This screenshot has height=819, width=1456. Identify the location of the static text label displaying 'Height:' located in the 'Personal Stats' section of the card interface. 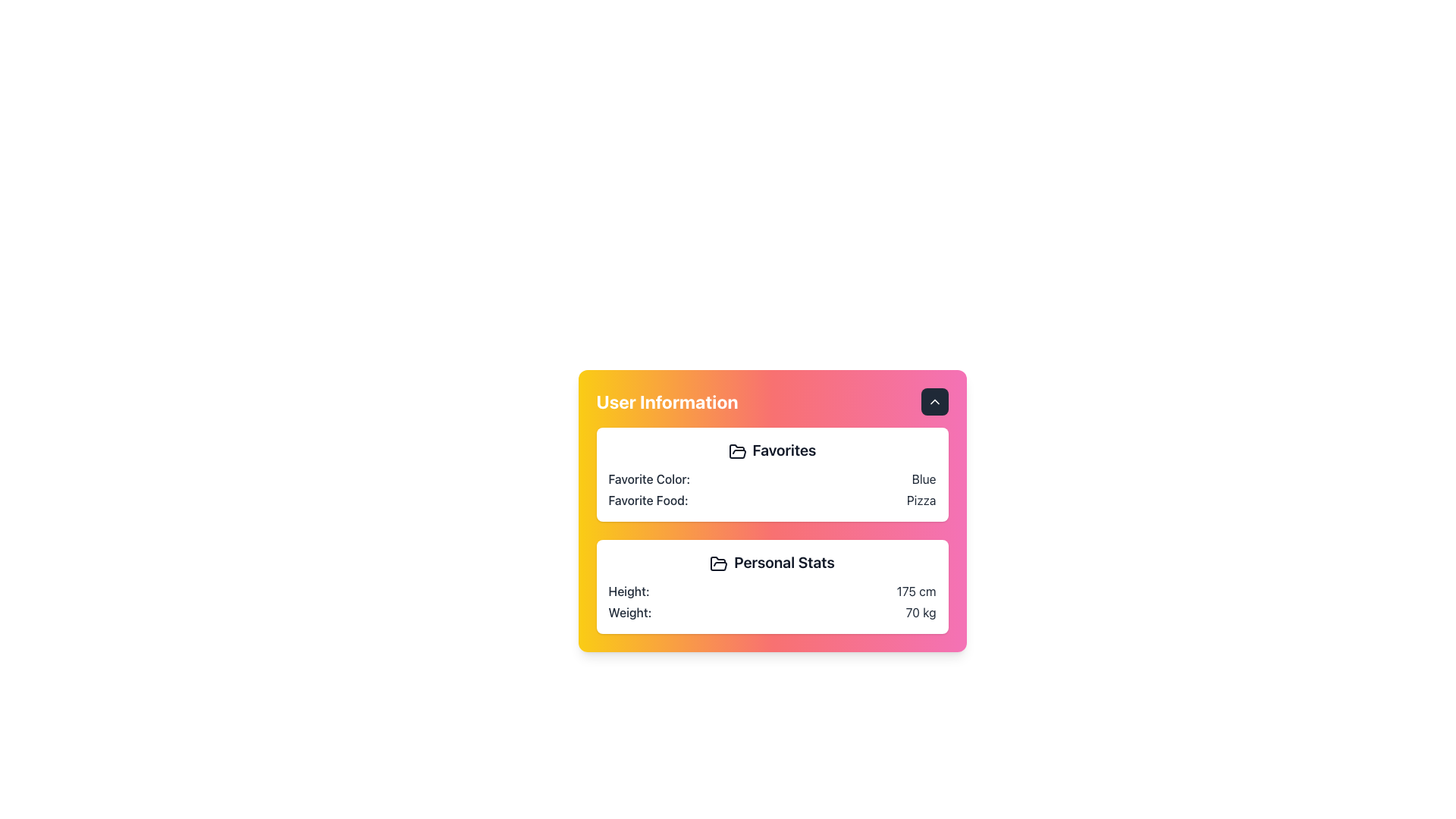
(629, 590).